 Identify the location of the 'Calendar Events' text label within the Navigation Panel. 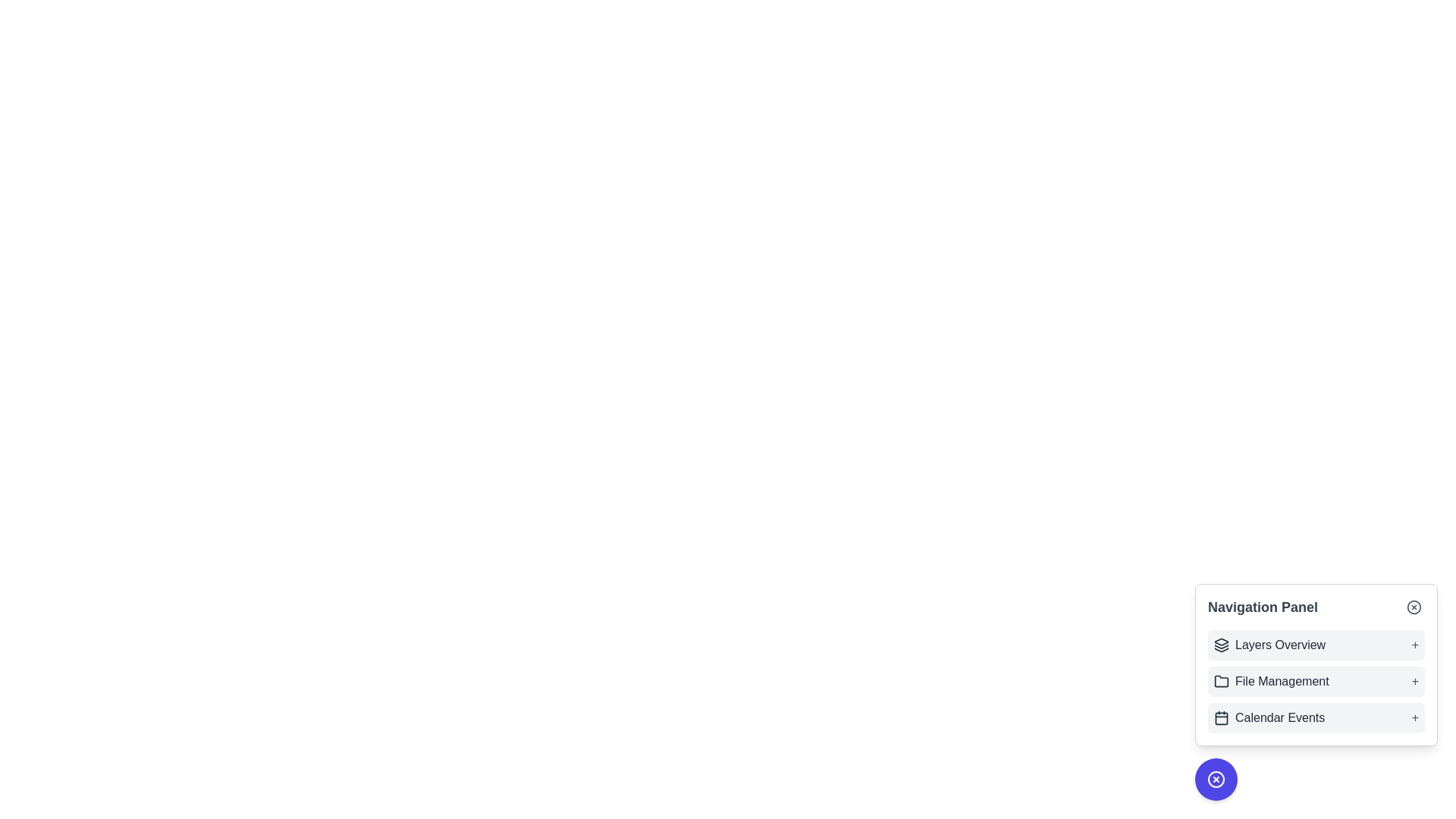
(1279, 717).